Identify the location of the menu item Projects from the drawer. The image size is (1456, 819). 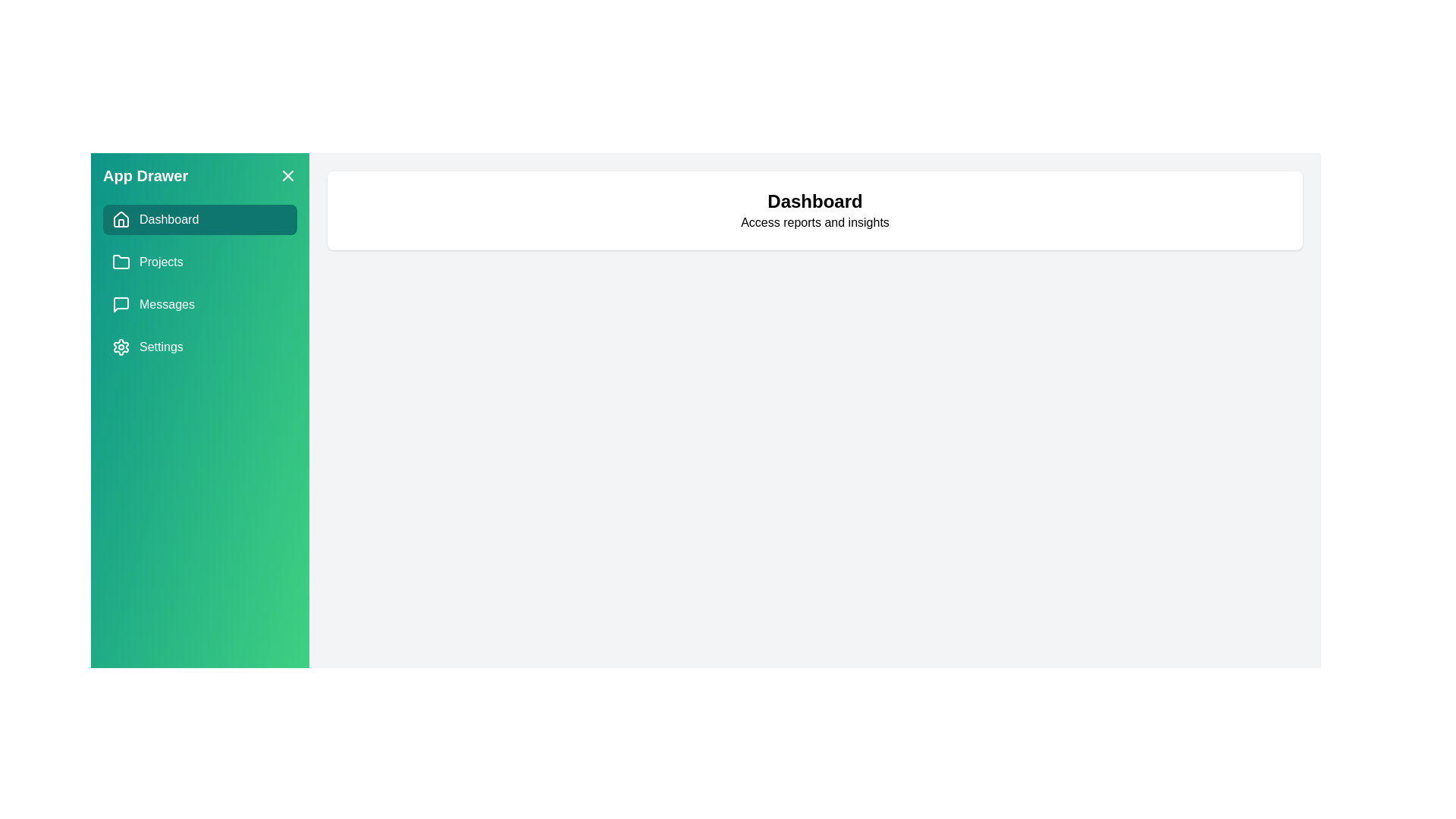
(199, 262).